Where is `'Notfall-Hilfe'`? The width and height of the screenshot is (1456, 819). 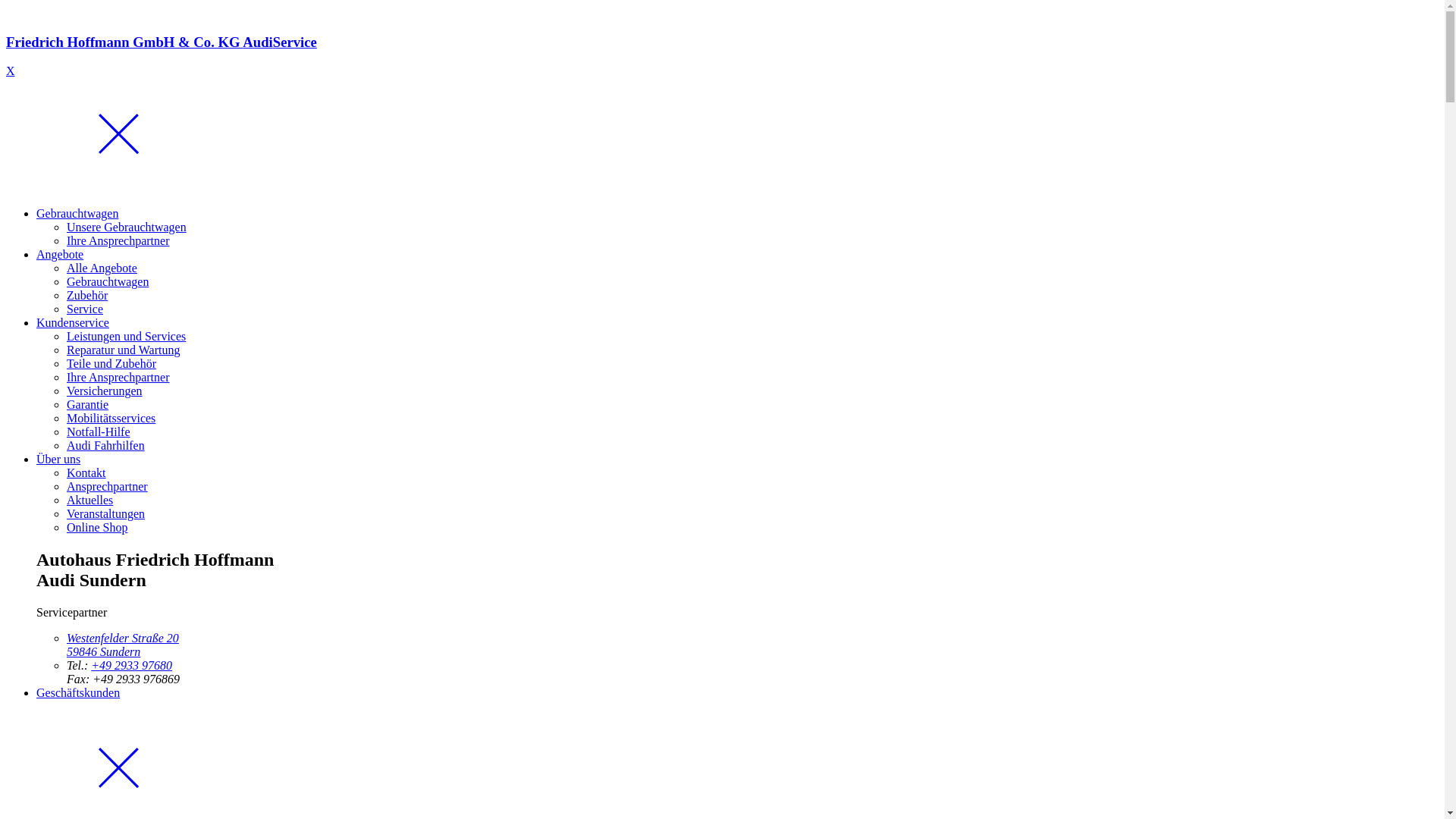
'Notfall-Hilfe' is located at coordinates (97, 431).